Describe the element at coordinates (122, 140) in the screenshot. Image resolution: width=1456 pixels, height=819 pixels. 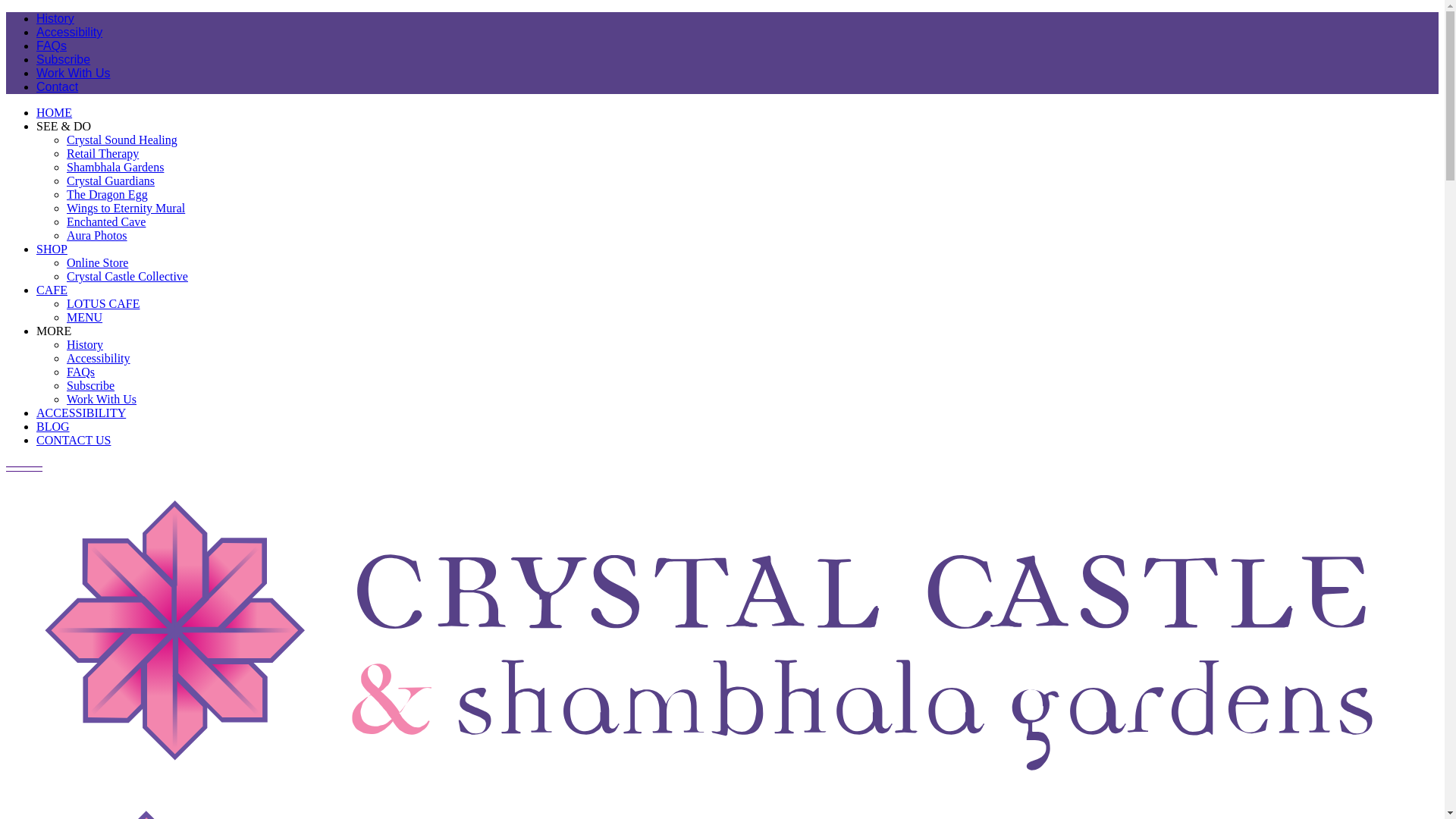
I see `'Crystal Sound Healing'` at that location.